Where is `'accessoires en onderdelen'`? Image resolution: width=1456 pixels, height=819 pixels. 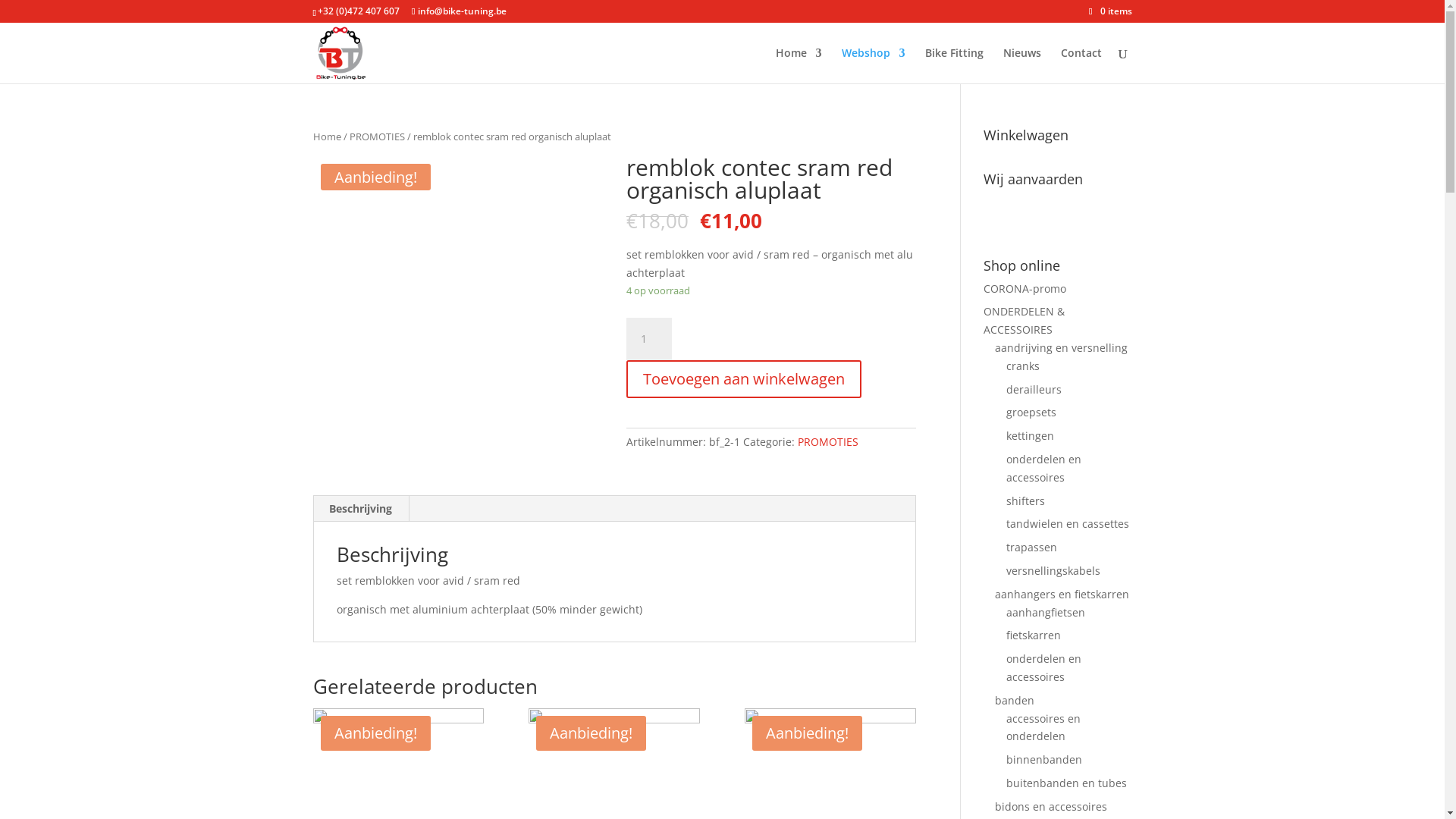 'accessoires en onderdelen' is located at coordinates (1043, 726).